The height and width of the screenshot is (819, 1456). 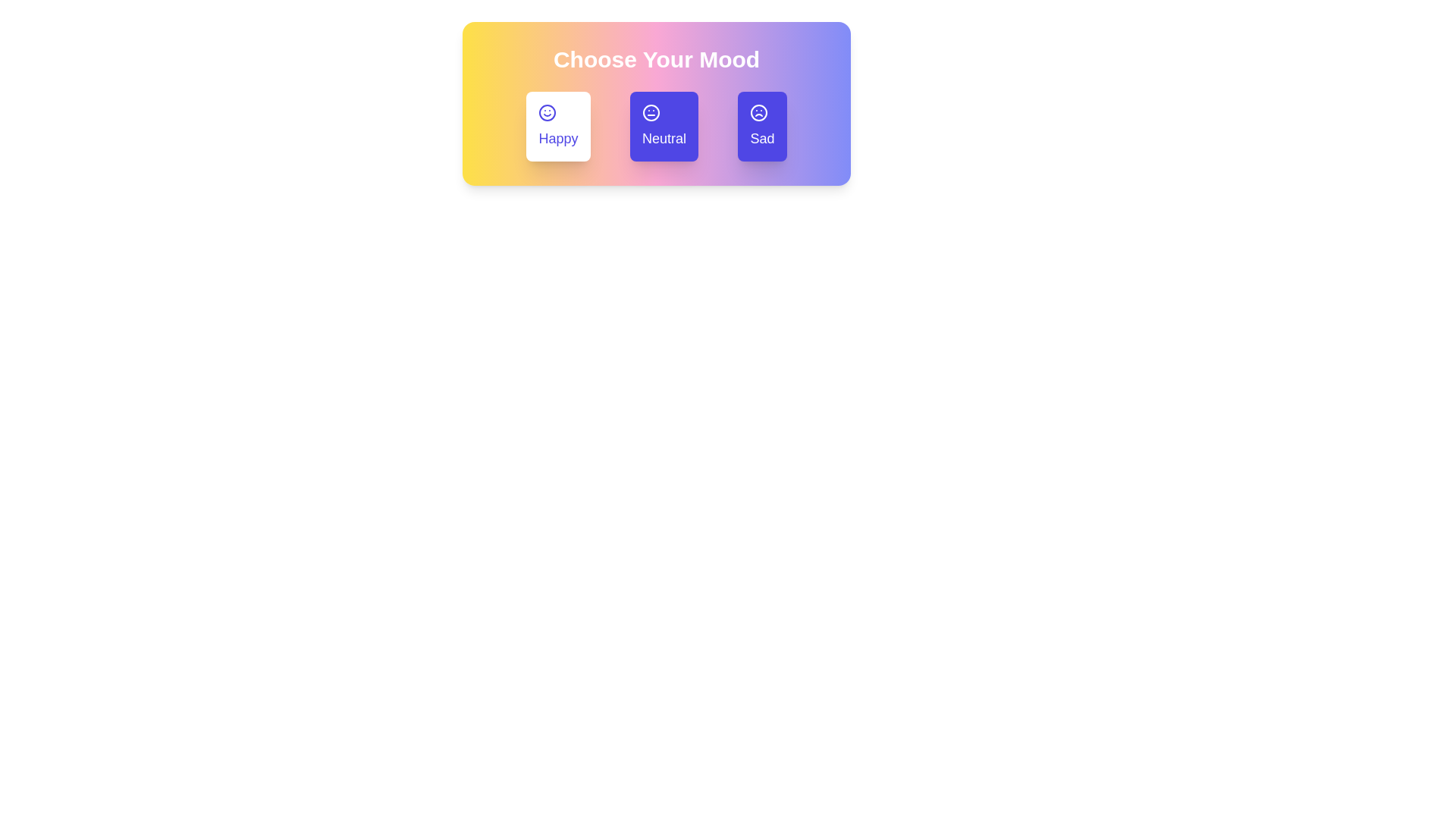 I want to click on the mood button labeled Sad, so click(x=761, y=125).